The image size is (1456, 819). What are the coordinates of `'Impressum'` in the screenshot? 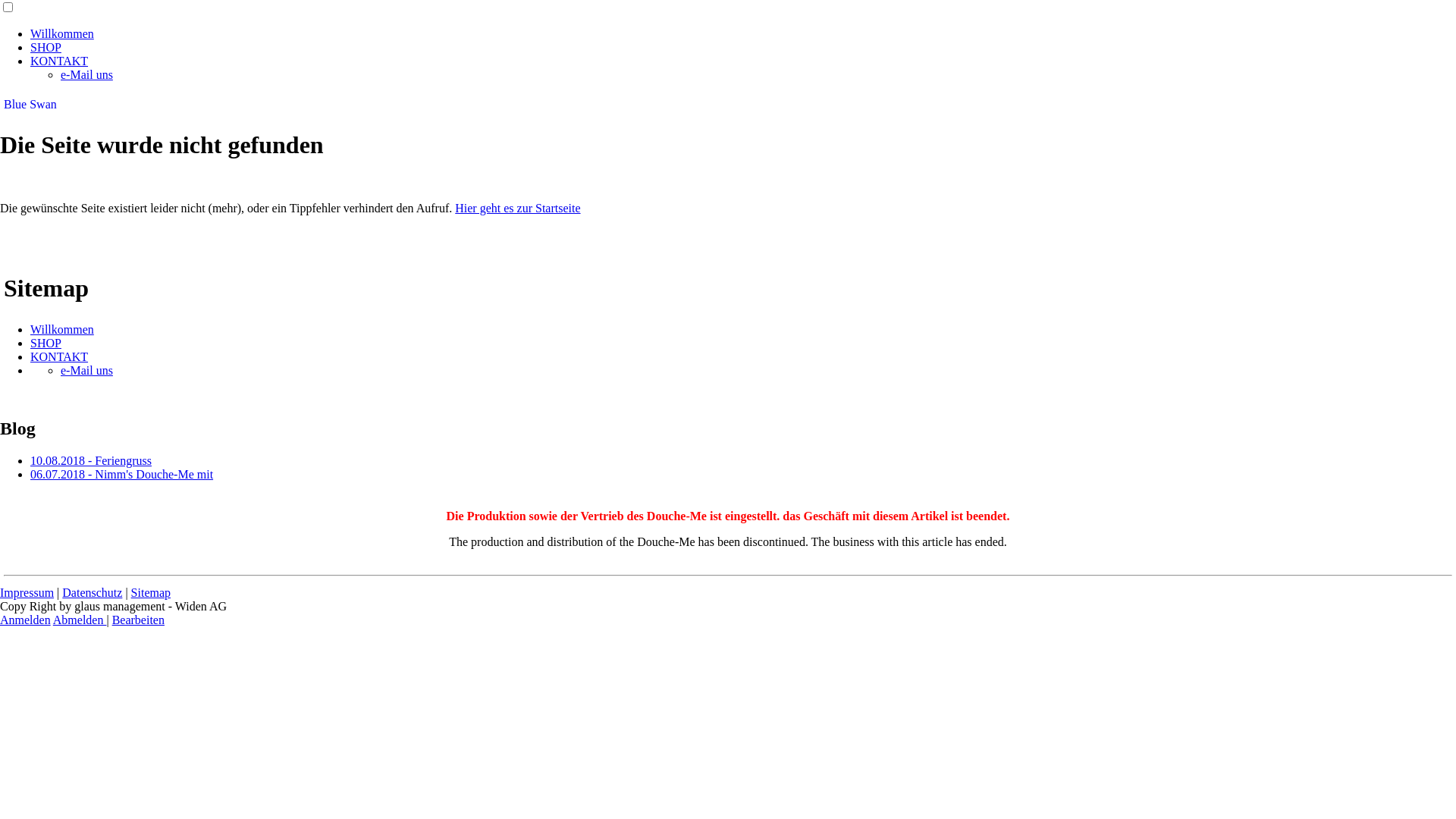 It's located at (27, 591).